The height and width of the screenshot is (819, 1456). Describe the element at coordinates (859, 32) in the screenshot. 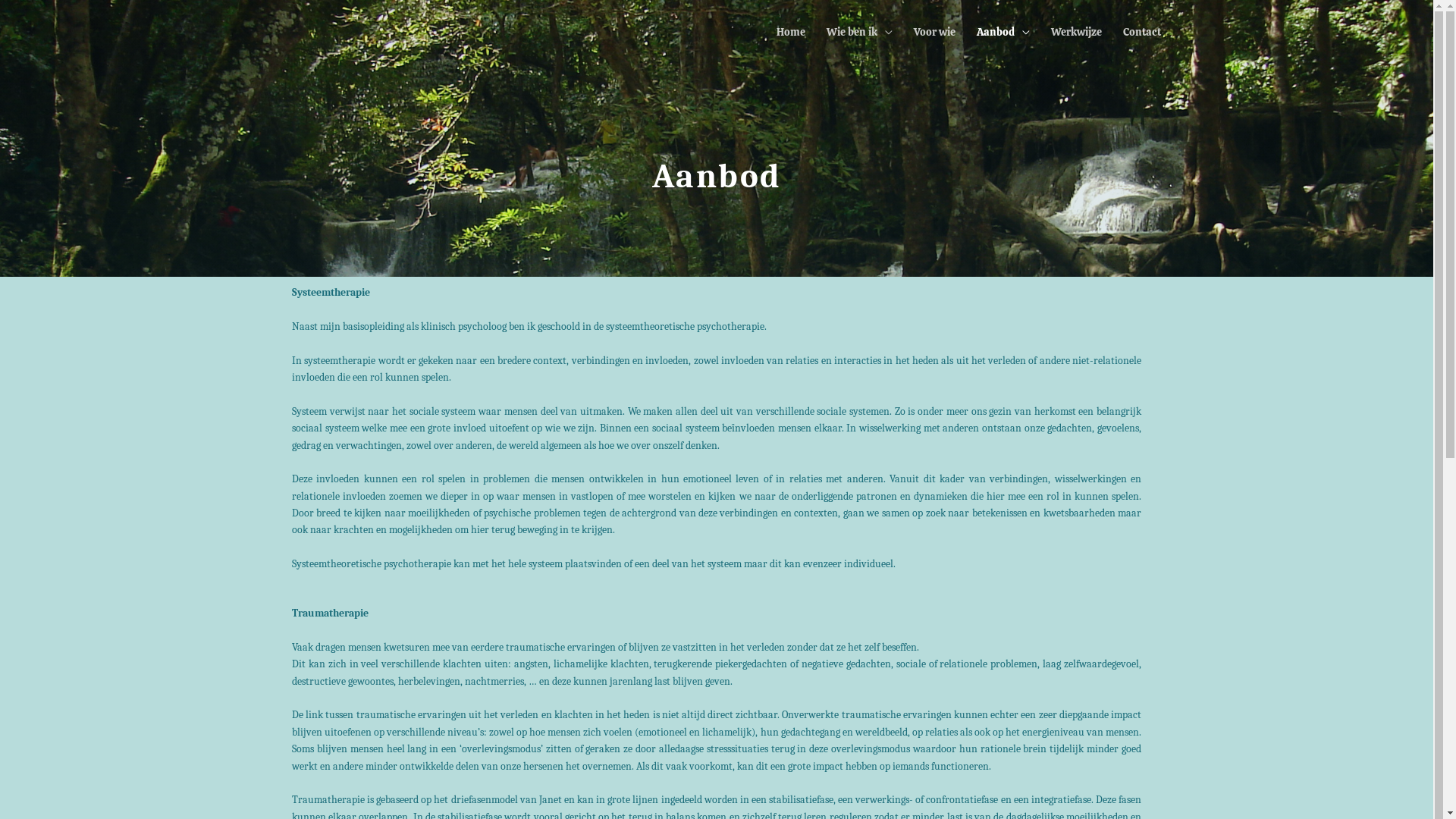

I see `'Wie ben ik'` at that location.